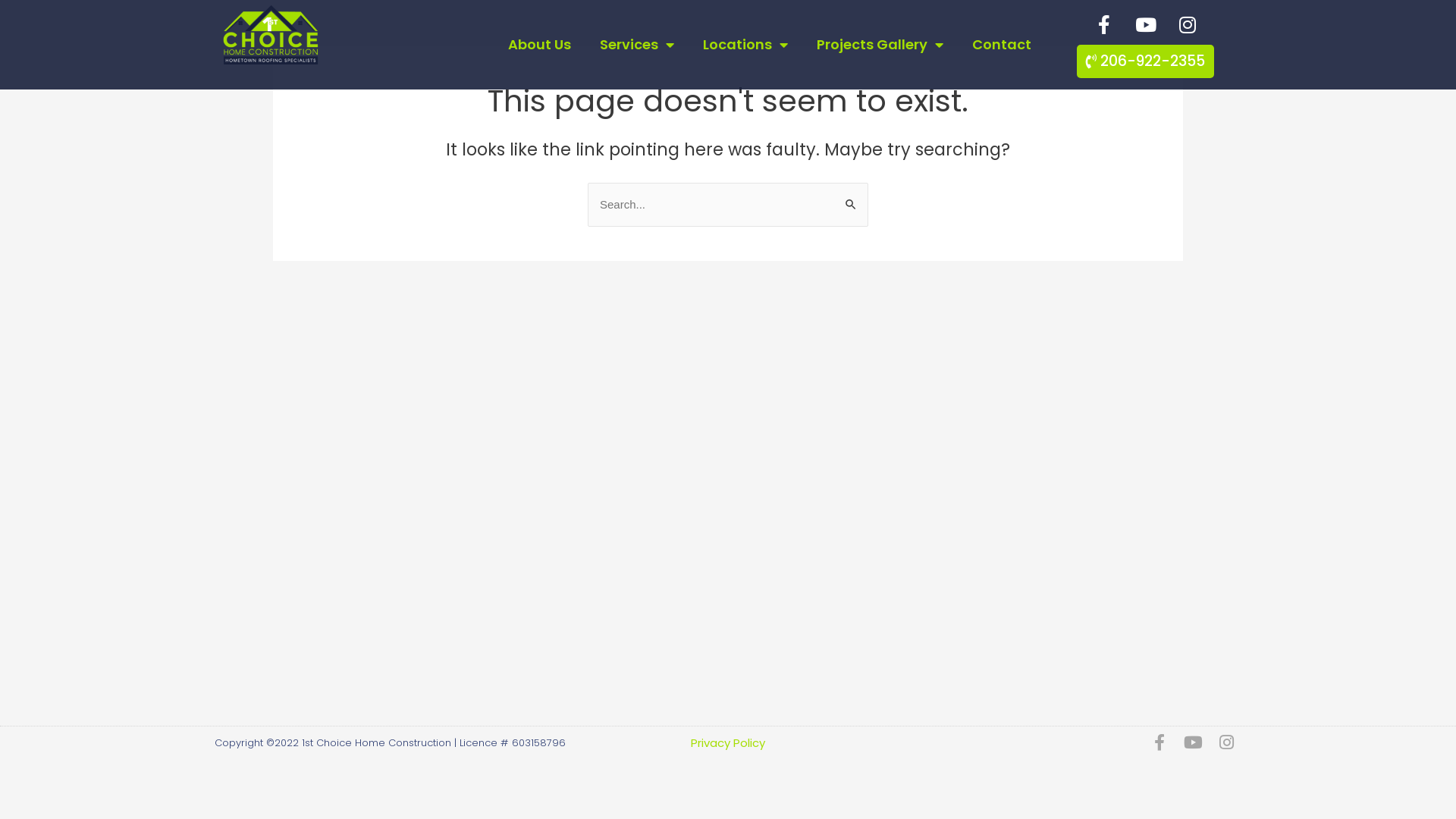 The width and height of the screenshot is (1456, 819). Describe the element at coordinates (833, 196) in the screenshot. I see `'Search'` at that location.